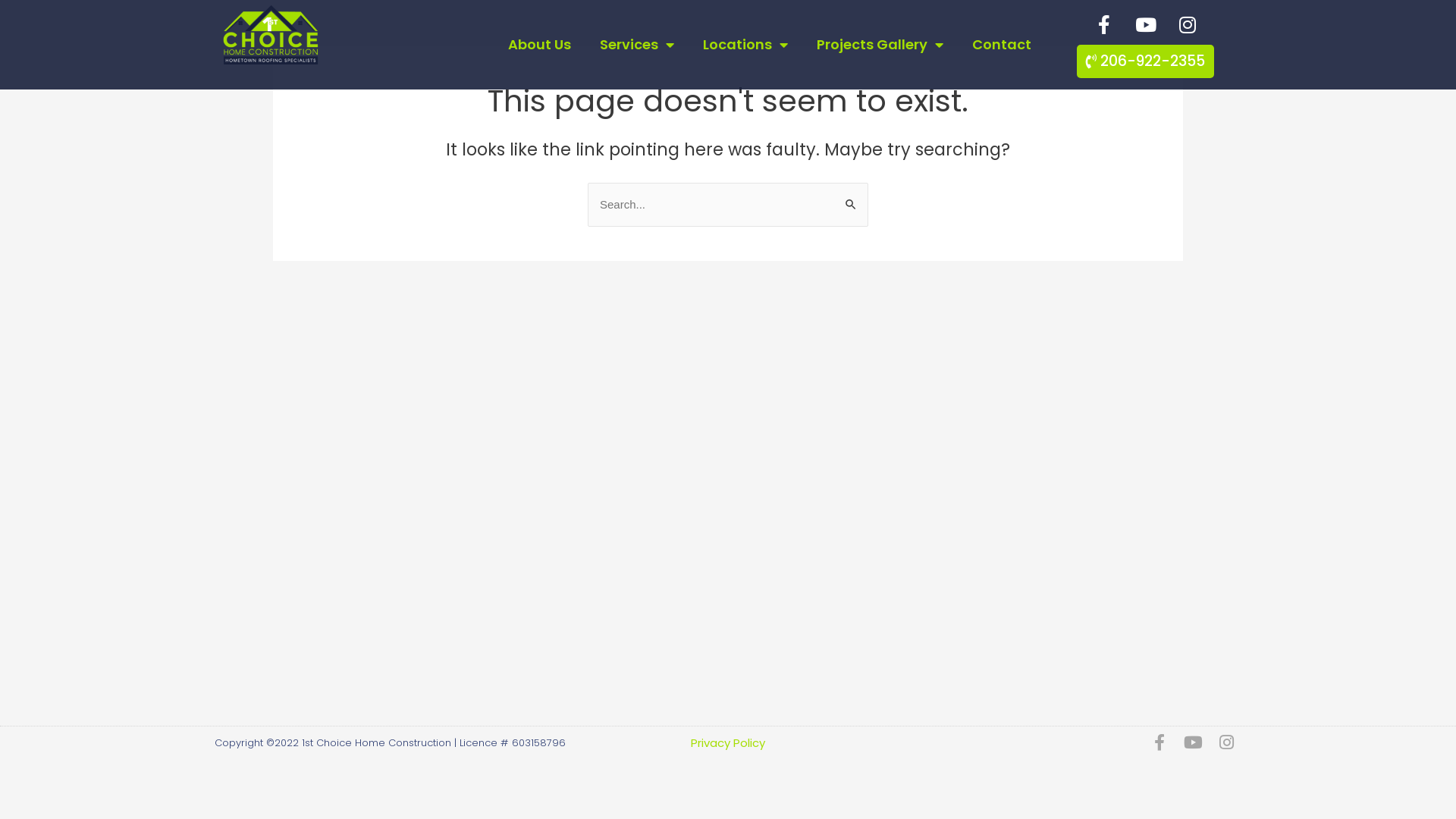 The width and height of the screenshot is (1456, 819). Describe the element at coordinates (833, 196) in the screenshot. I see `'Search'` at that location.